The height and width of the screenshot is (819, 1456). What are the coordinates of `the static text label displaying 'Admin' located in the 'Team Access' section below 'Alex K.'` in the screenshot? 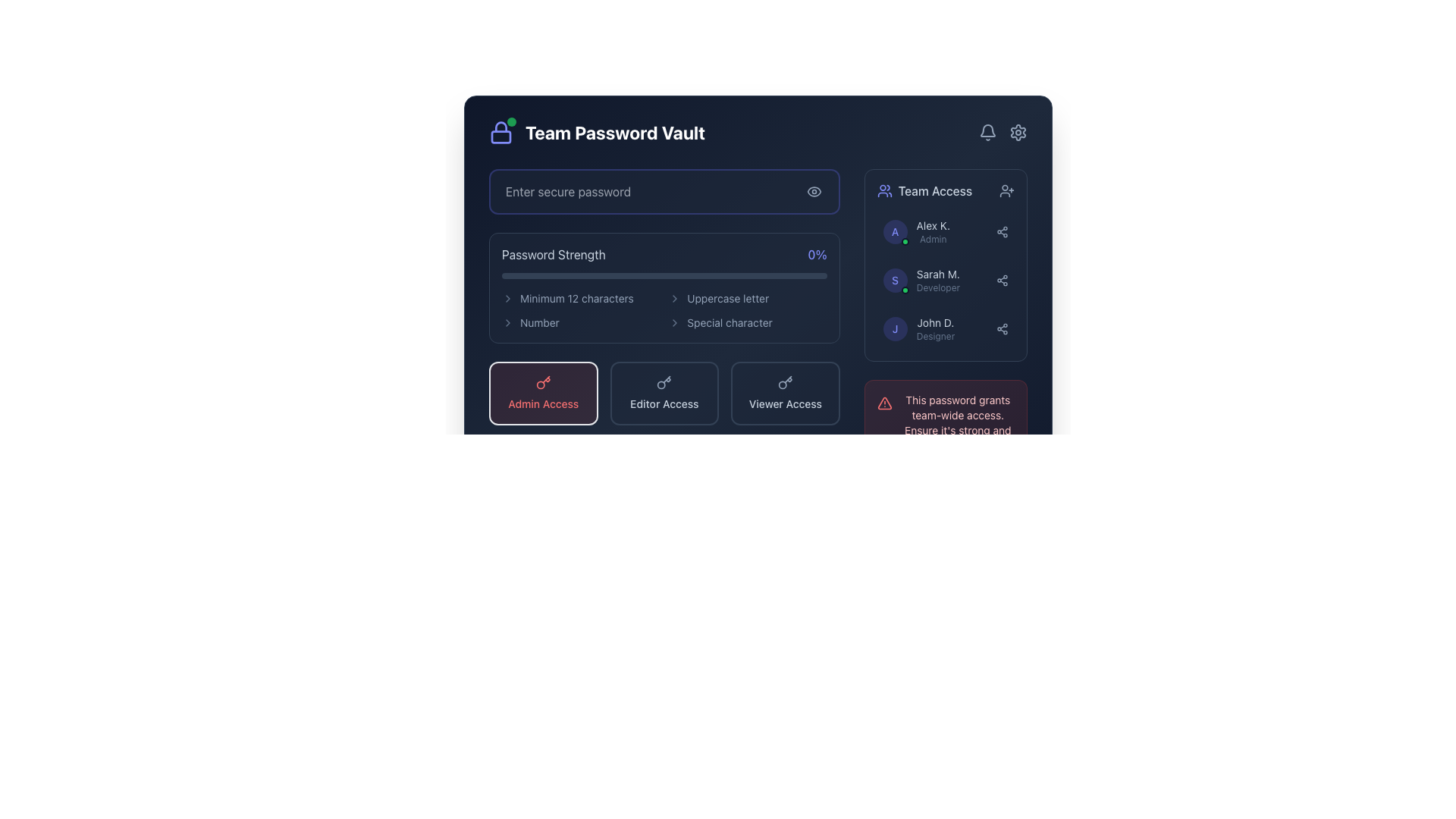 It's located at (932, 239).